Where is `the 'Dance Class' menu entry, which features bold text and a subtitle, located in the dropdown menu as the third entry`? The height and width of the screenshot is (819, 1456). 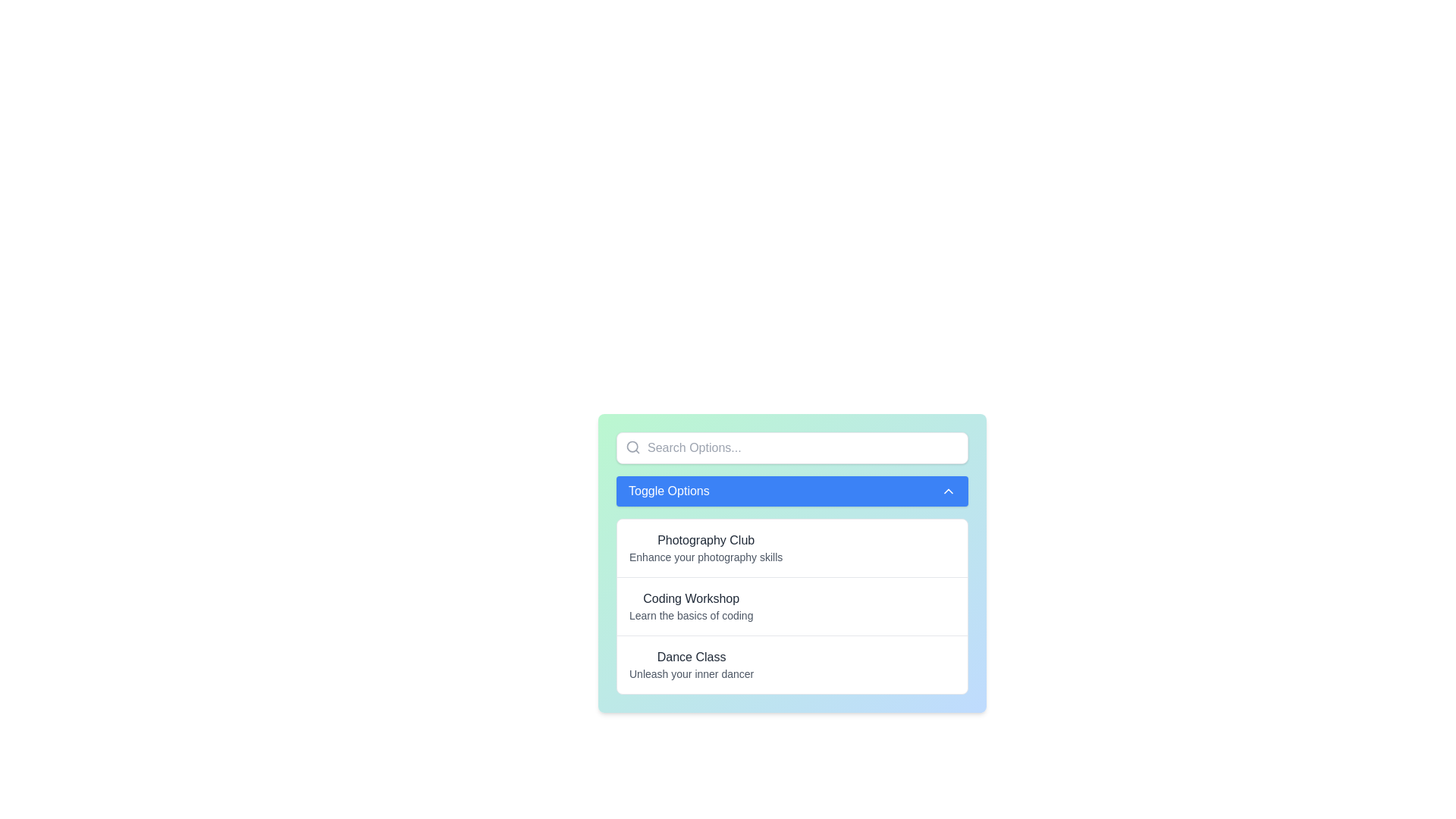
the 'Dance Class' menu entry, which features bold text and a subtitle, located in the dropdown menu as the third entry is located at coordinates (691, 664).